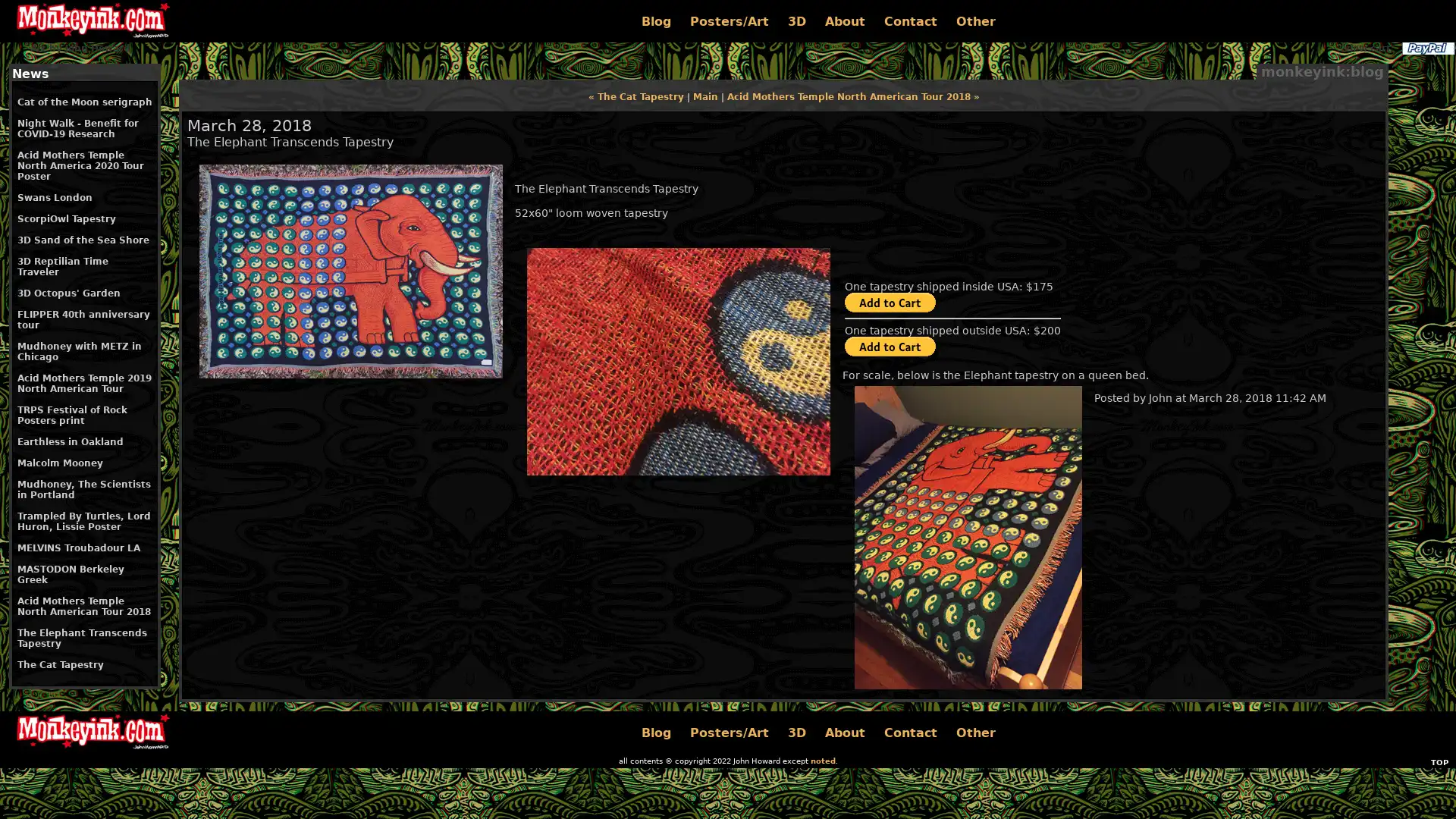 The width and height of the screenshot is (1456, 819). What do you see at coordinates (1426, 48) in the screenshot?
I see `PayPal` at bounding box center [1426, 48].